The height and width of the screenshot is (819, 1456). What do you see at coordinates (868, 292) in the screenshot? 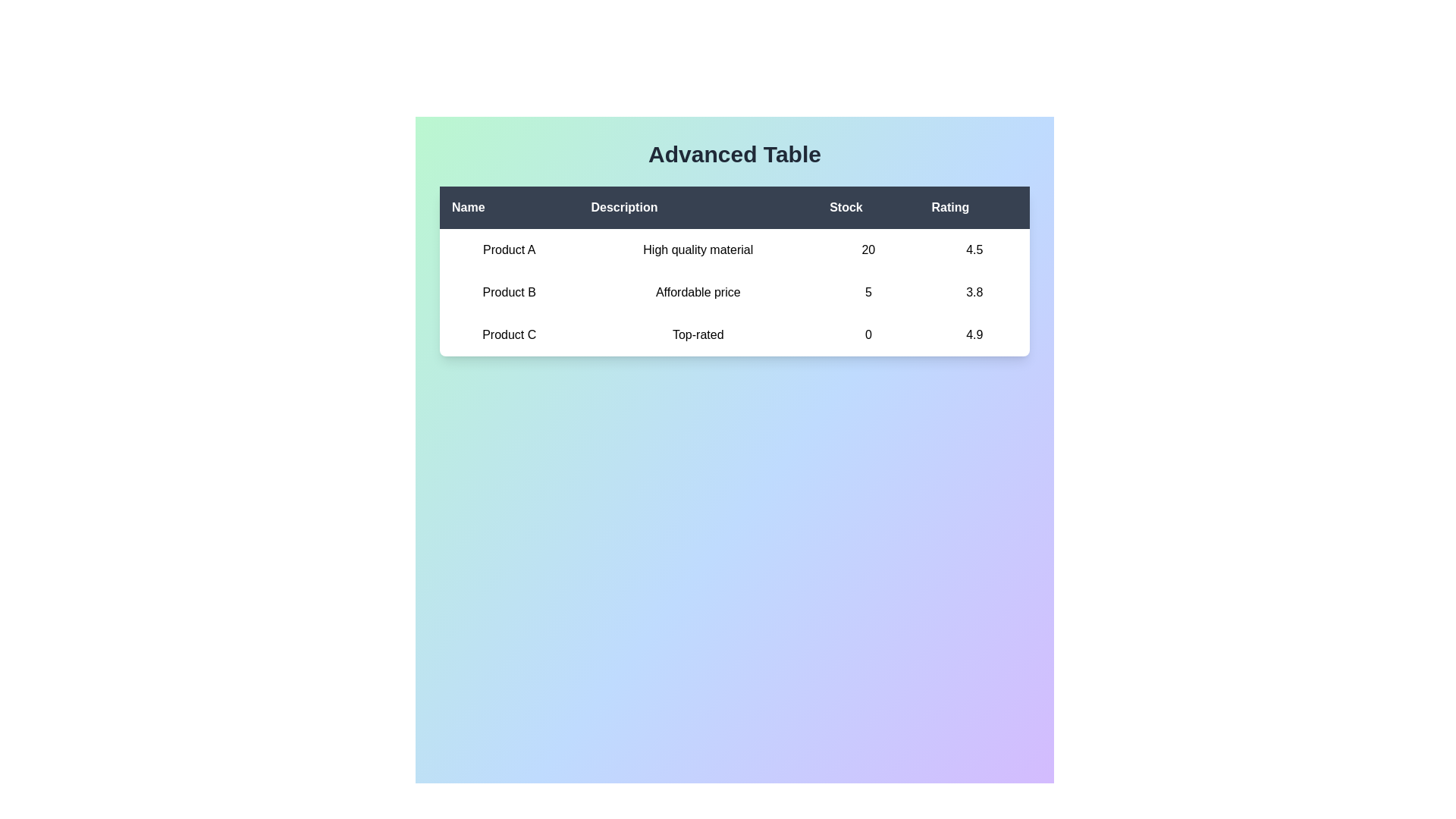
I see `the numeric value displayed in black font against a white background in the third column of the second row of the table, corresponding to the 'Stock' field for 'Product B'` at bounding box center [868, 292].